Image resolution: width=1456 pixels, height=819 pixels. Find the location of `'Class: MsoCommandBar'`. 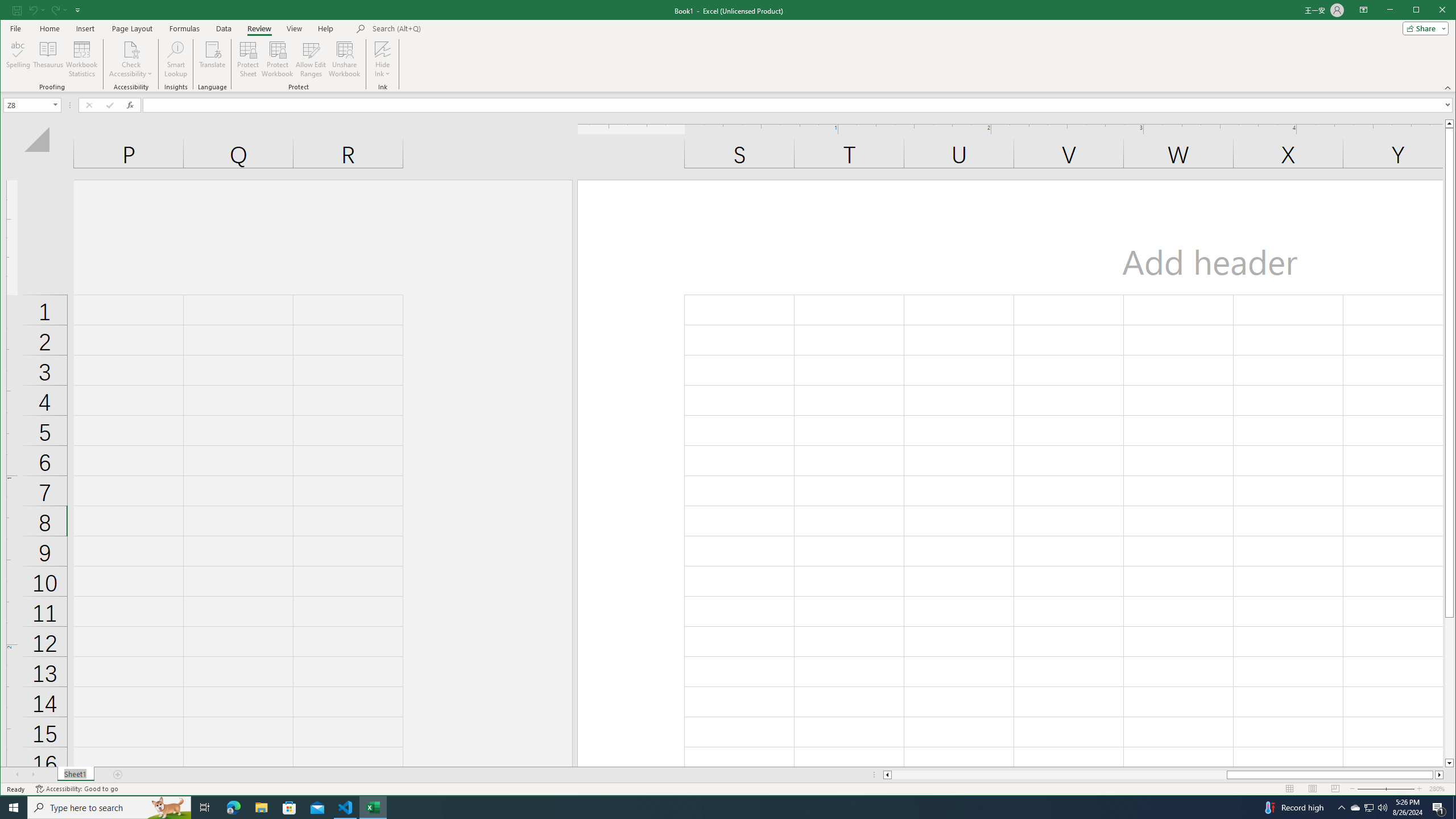

'Class: MsoCommandBar' is located at coordinates (728, 45).